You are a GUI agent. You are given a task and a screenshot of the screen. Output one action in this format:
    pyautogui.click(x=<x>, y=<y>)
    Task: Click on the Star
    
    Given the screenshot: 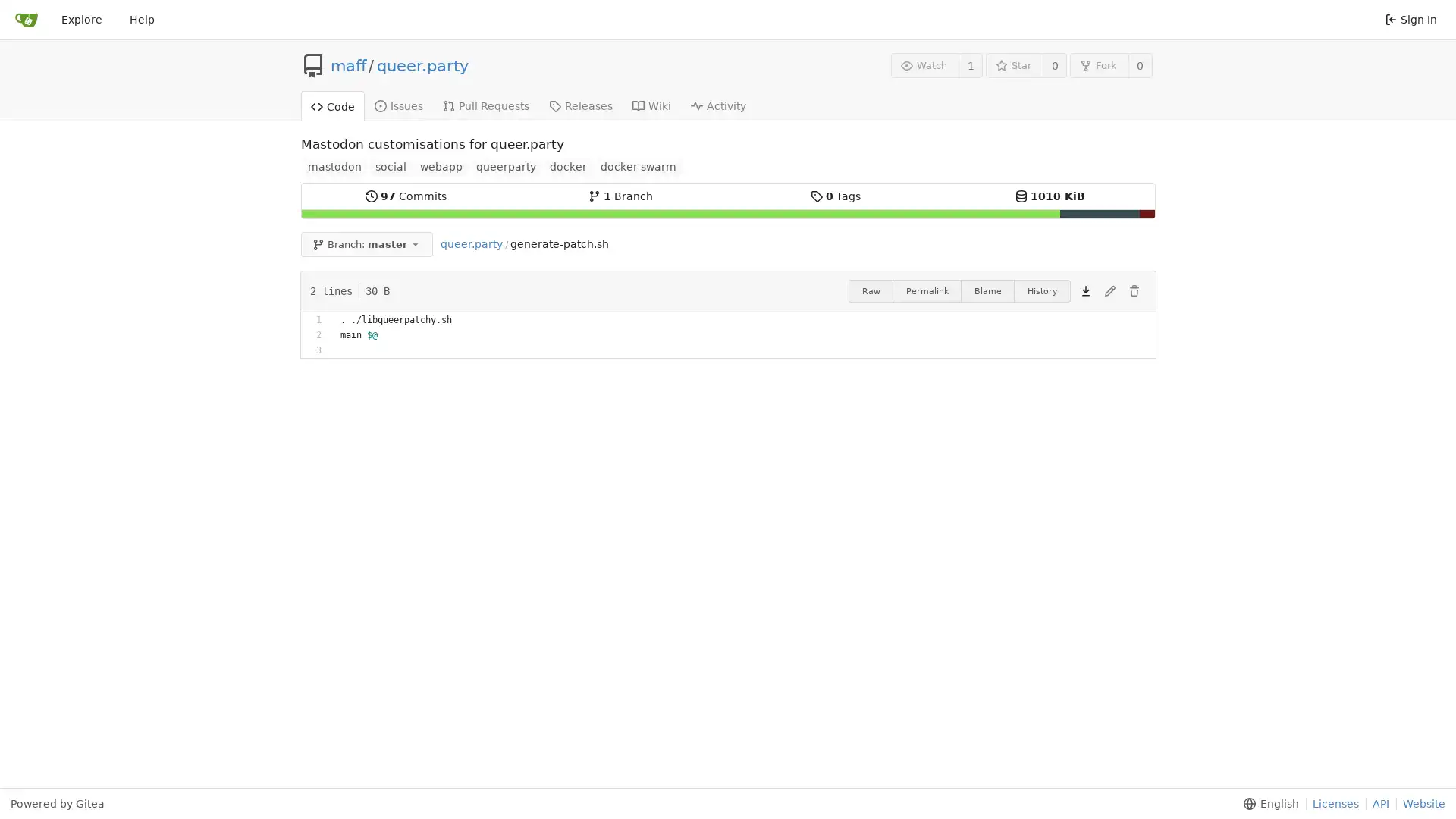 What is the action you would take?
    pyautogui.click(x=1014, y=64)
    